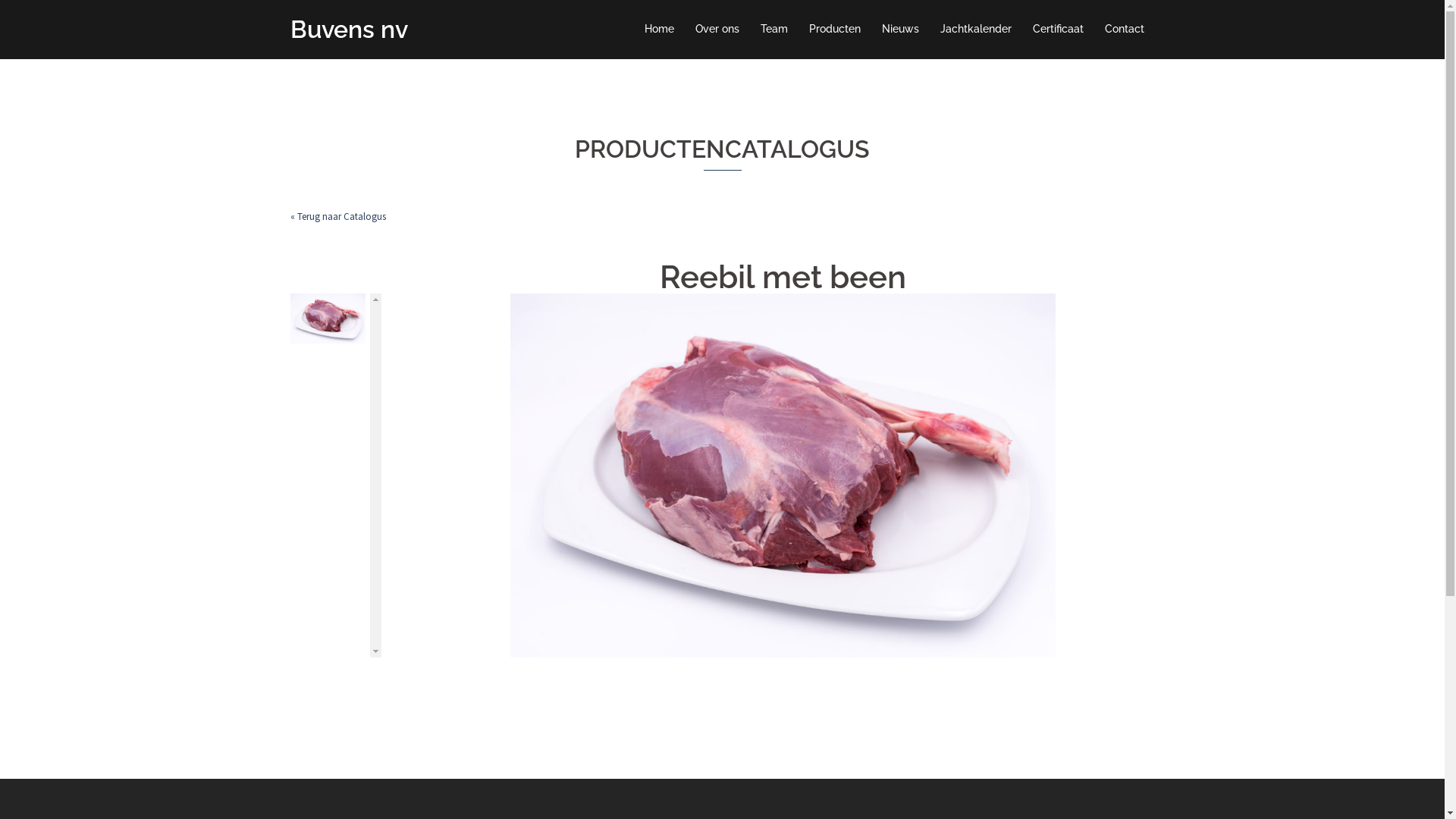 This screenshot has width=1456, height=819. I want to click on 'Buvens nv', so click(347, 29).